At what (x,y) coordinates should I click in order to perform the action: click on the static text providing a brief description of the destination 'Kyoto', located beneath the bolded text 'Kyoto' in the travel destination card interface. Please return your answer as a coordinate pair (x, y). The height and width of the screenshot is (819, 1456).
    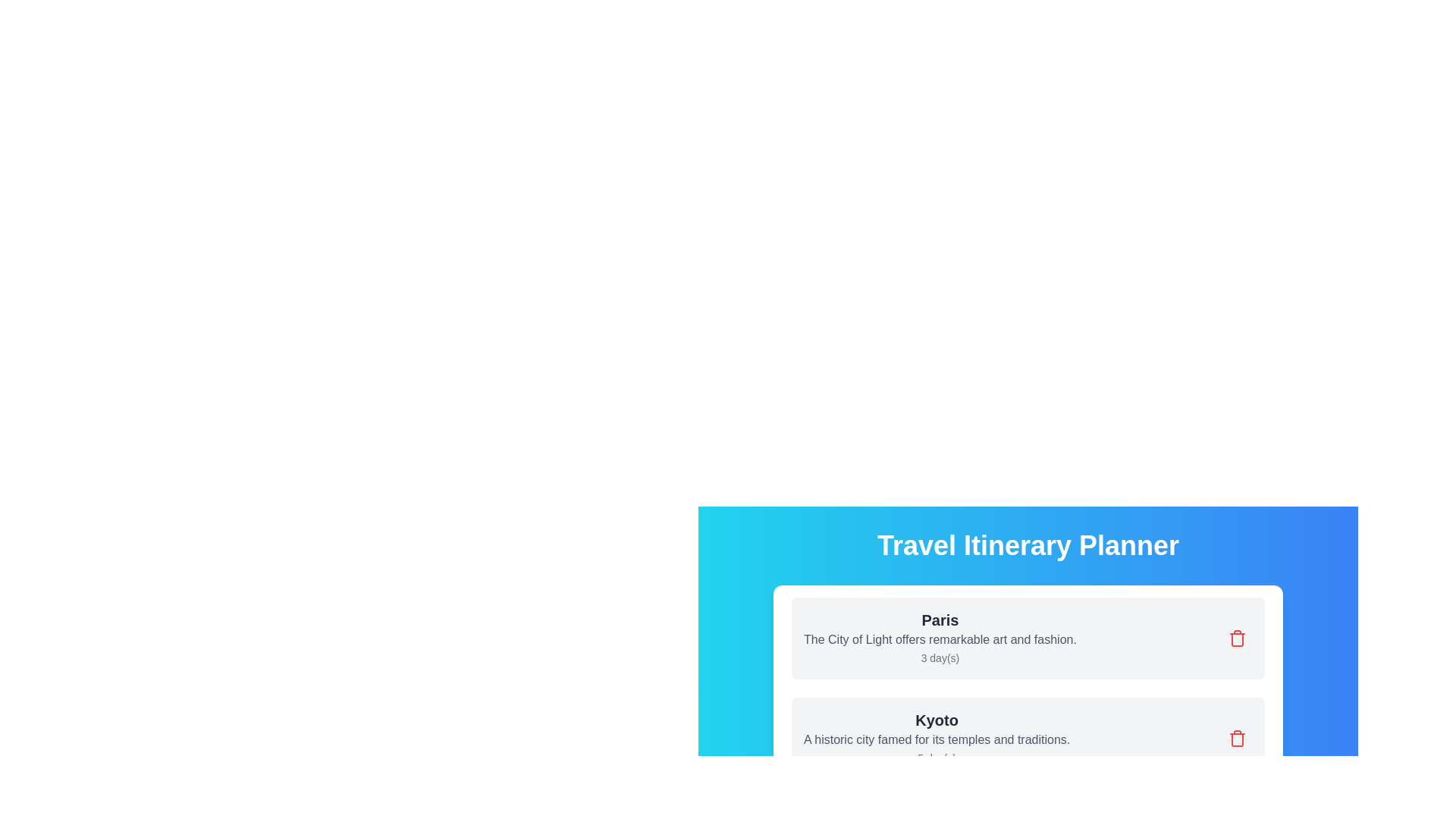
    Looking at the image, I should click on (936, 739).